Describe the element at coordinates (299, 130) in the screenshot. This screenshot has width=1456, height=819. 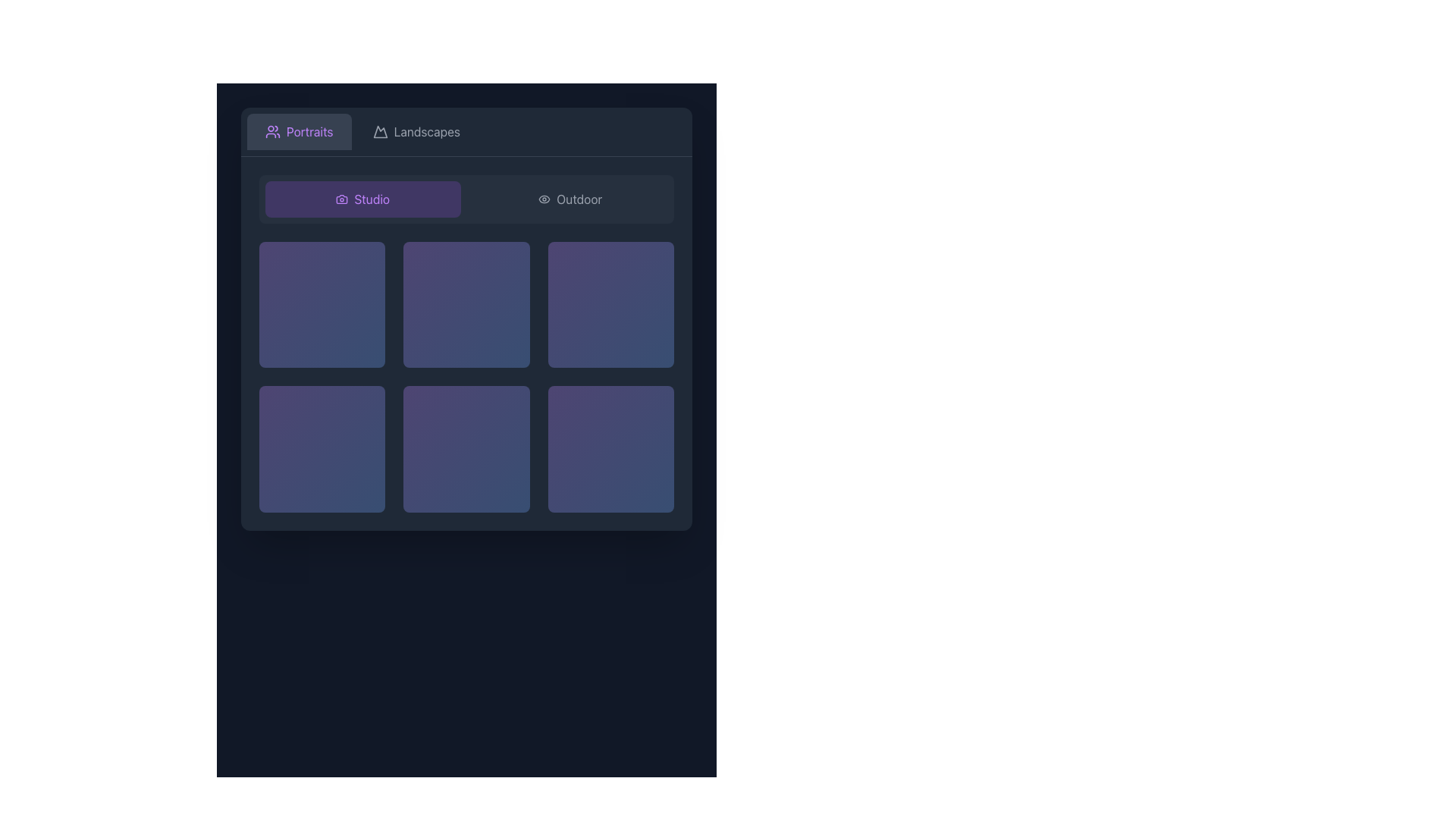
I see `the 'Portraits' category button located at the top-left of the navigation bar` at that location.